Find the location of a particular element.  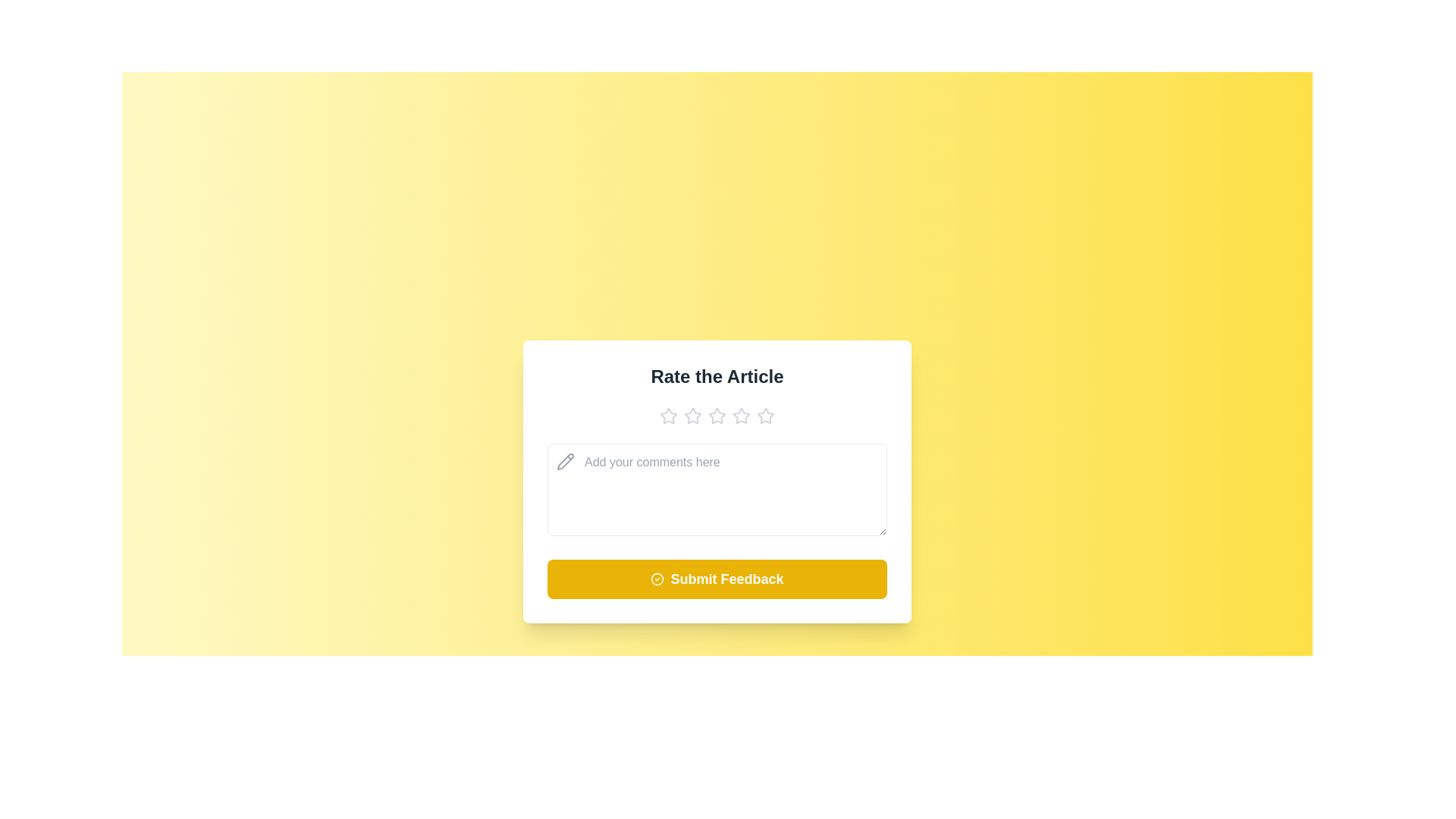

the Header text element located at the upper portion of a white panel with a yellow gradient background, which serves as a title for the rating functionality is located at coordinates (716, 375).